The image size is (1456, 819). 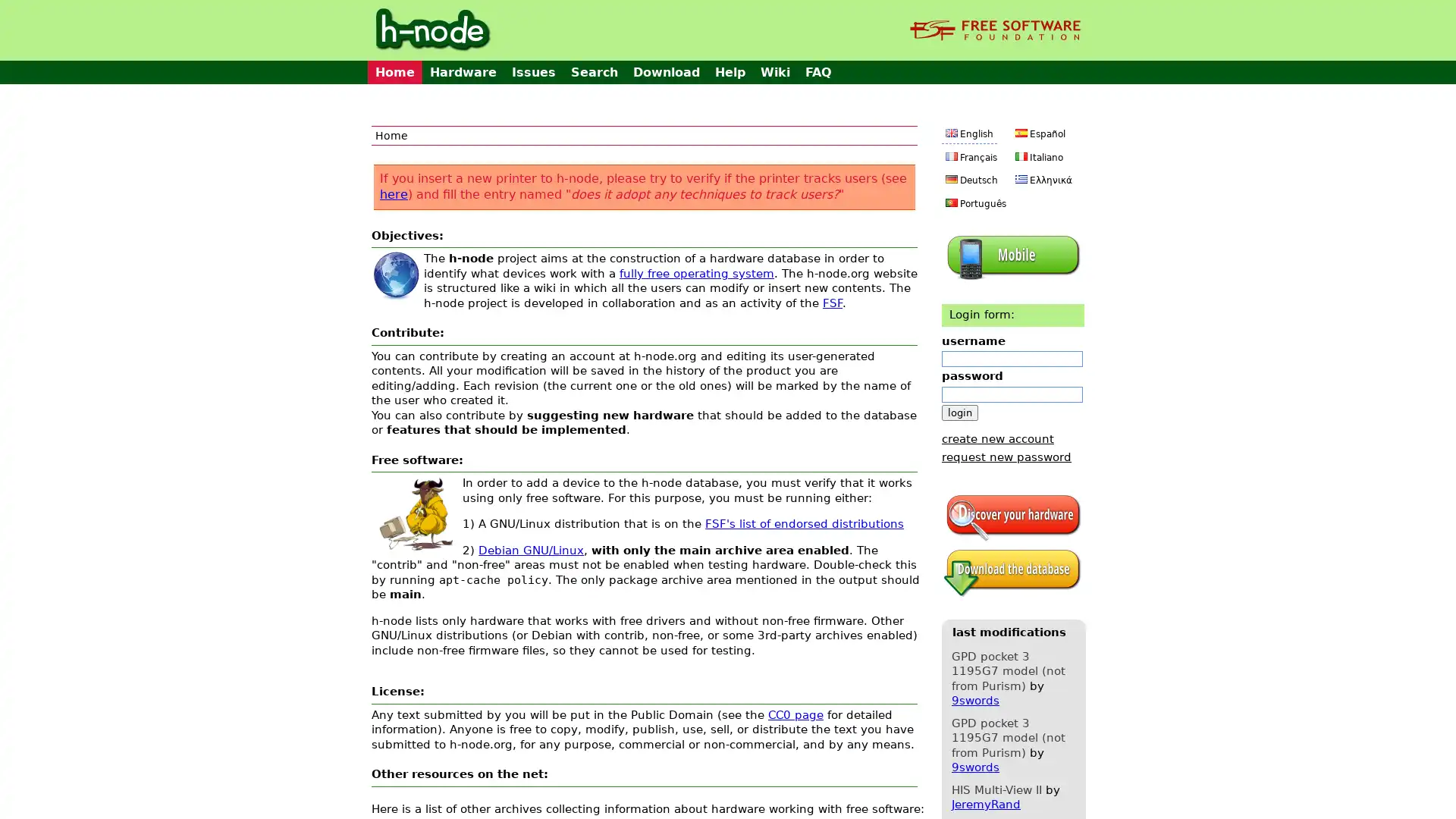 I want to click on login, so click(x=959, y=412).